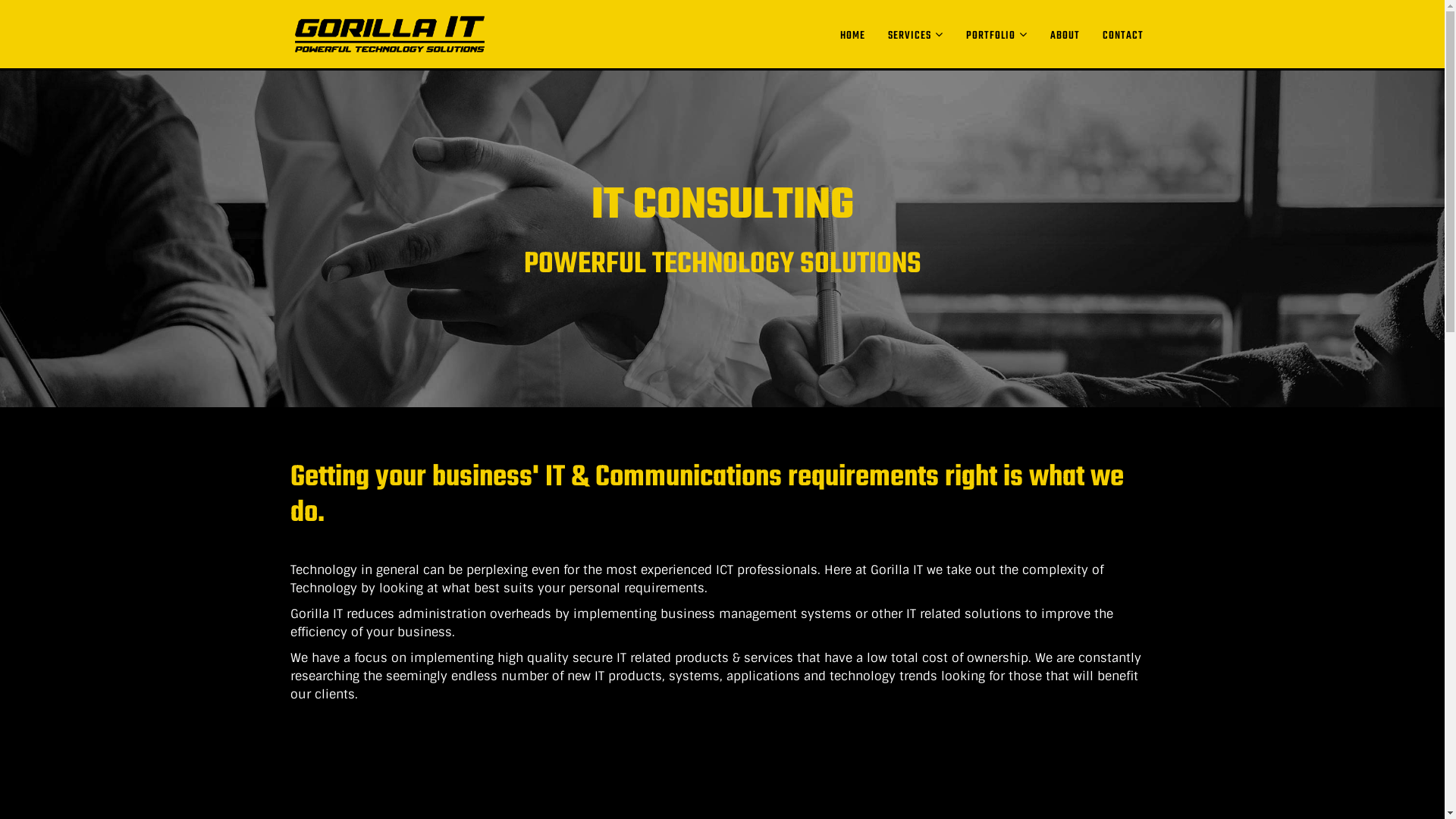 This screenshot has width=1456, height=819. Describe the element at coordinates (1064, 35) in the screenshot. I see `'ABOUT'` at that location.